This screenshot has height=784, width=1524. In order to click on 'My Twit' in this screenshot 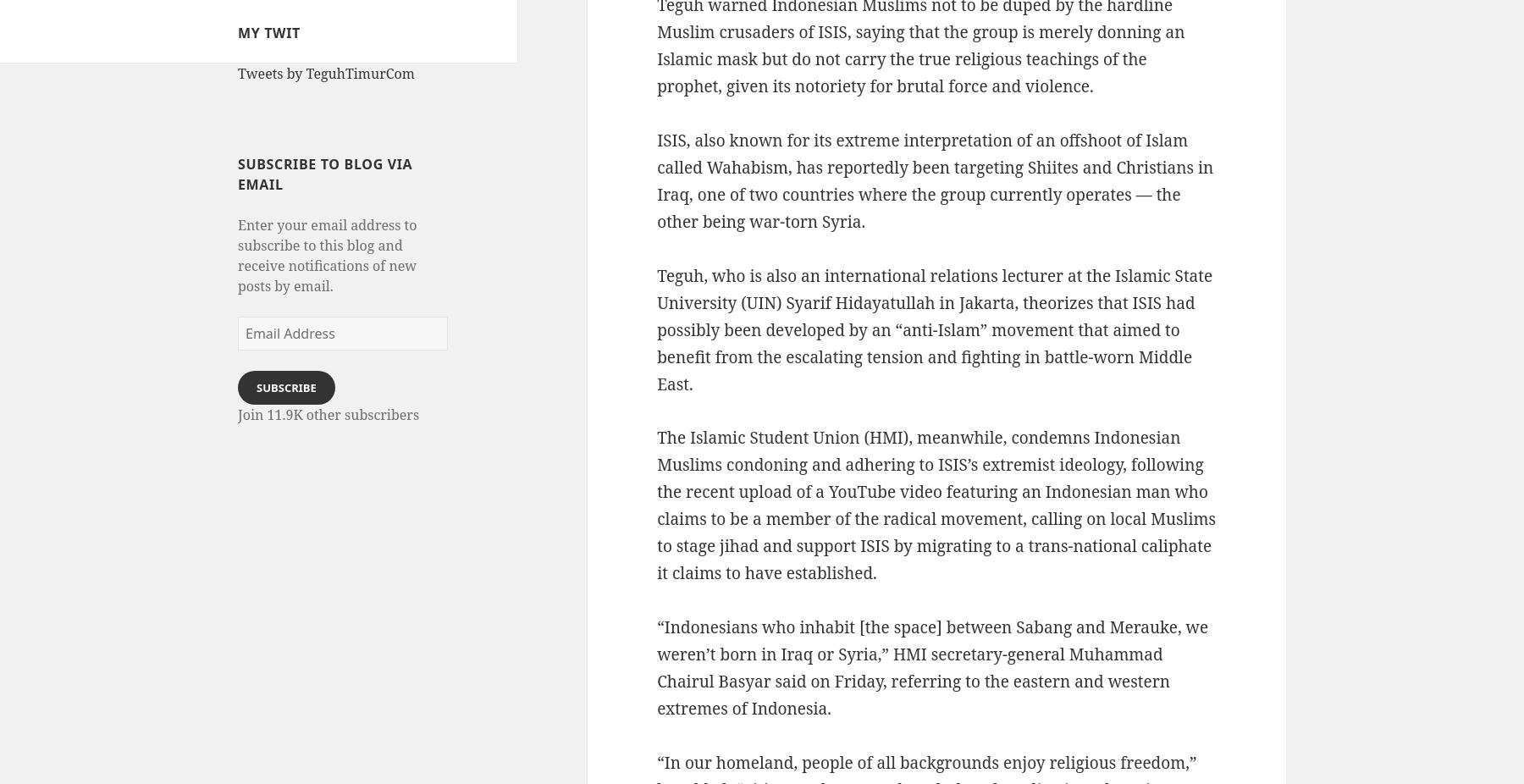, I will do `click(268, 31)`.